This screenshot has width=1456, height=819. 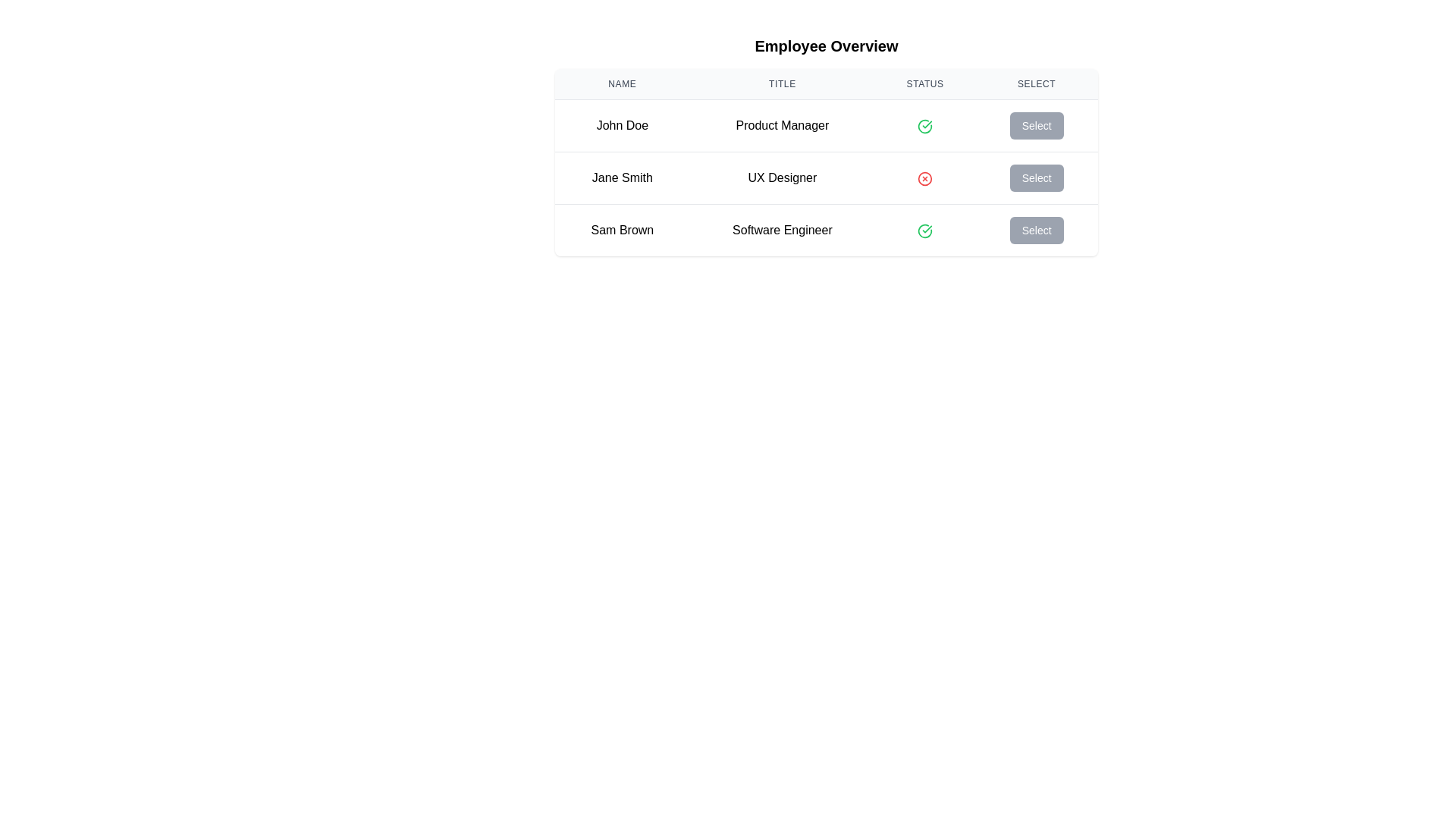 What do you see at coordinates (1036, 124) in the screenshot?
I see `the selection button in the last column of the first row of the 'Employee Overview' table for 'John Doe', a 'Product Manager'` at bounding box center [1036, 124].